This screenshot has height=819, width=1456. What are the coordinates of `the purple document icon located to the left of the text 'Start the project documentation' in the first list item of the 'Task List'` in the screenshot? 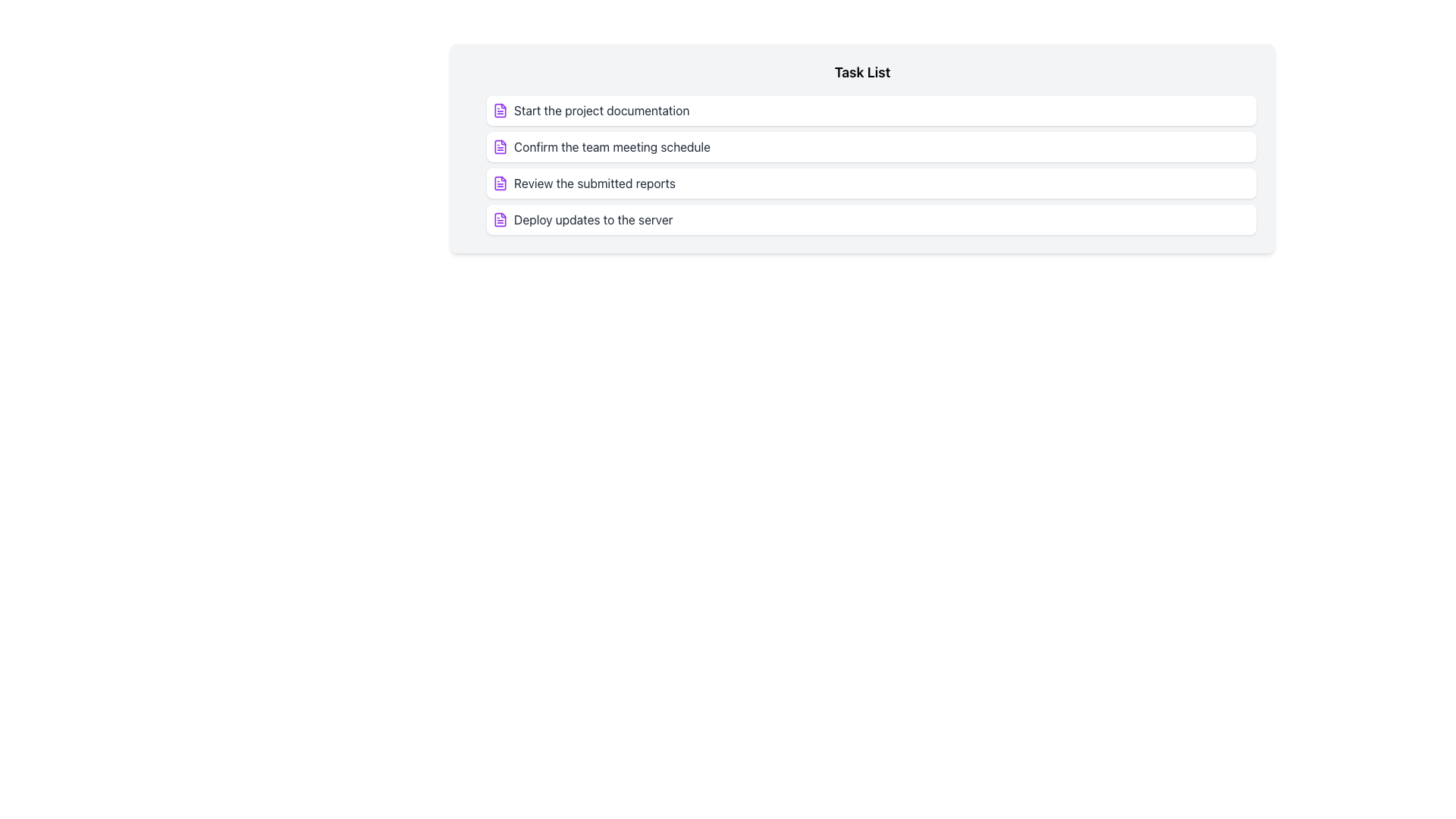 It's located at (500, 110).